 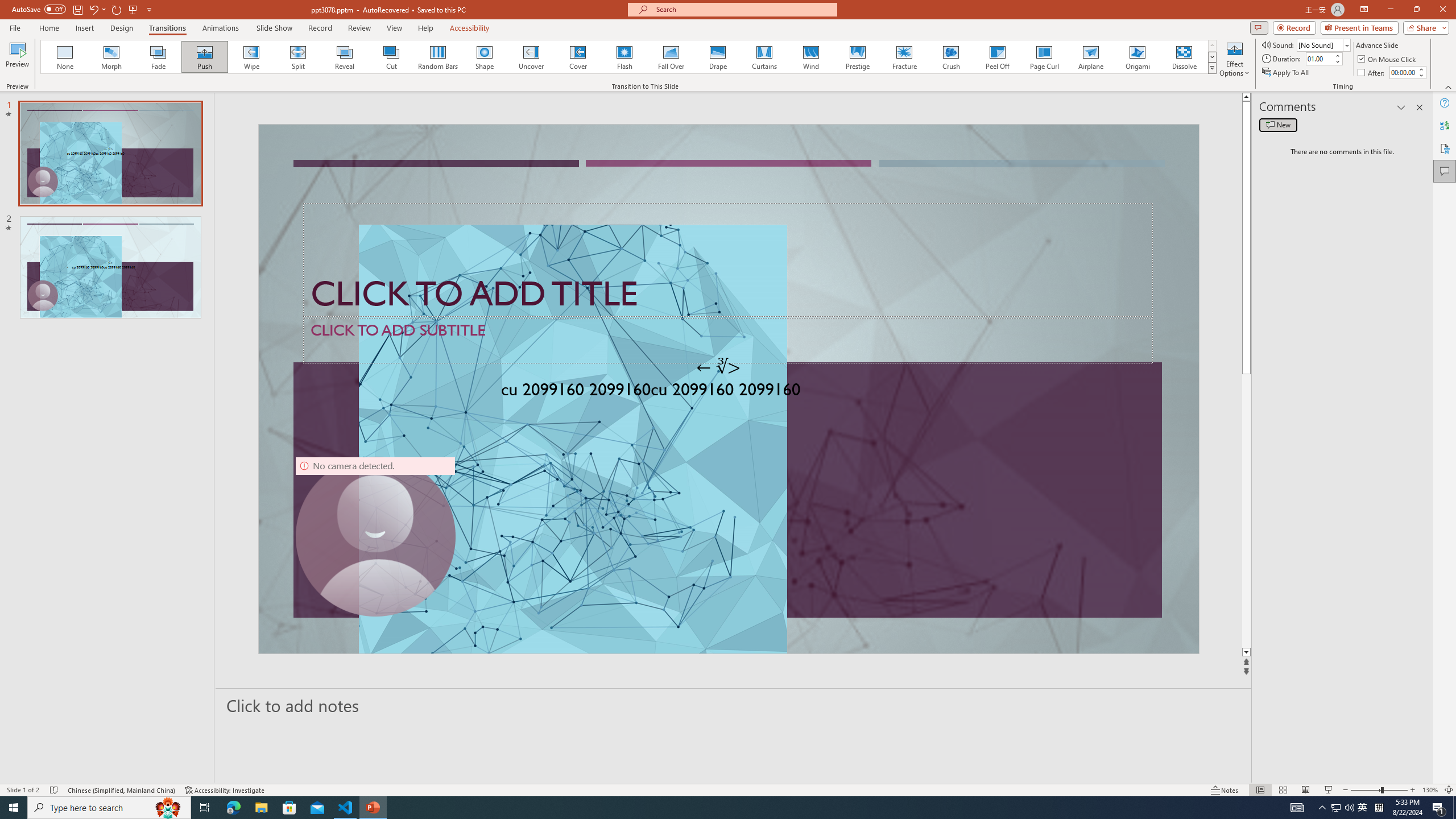 What do you see at coordinates (718, 366) in the screenshot?
I see `'TextBox 7'` at bounding box center [718, 366].